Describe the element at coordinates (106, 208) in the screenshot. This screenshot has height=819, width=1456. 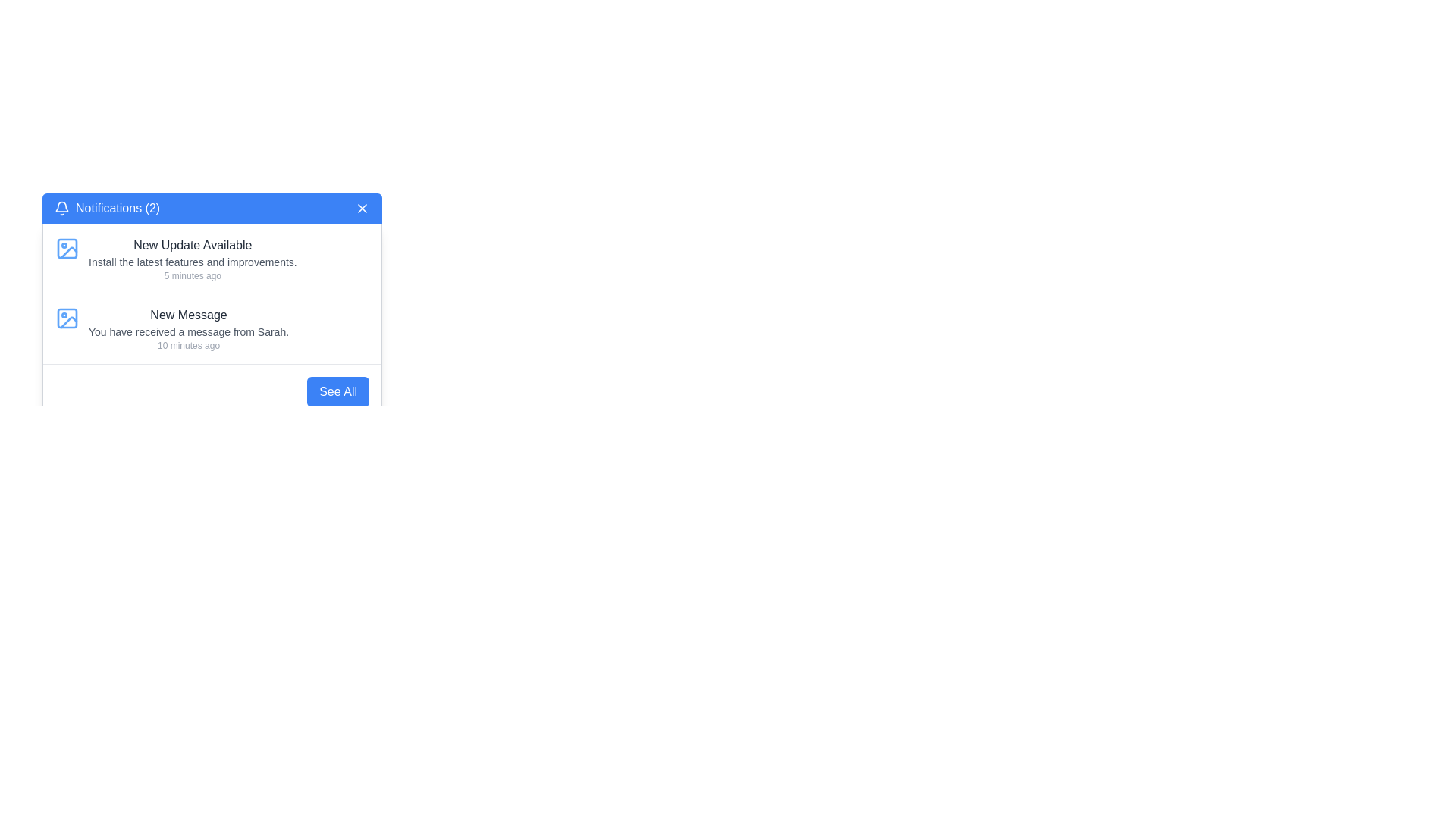
I see `the 'Notifications (2)' label which has a bell icon and a blue background, located at the top-left corner of the notification bar` at that location.